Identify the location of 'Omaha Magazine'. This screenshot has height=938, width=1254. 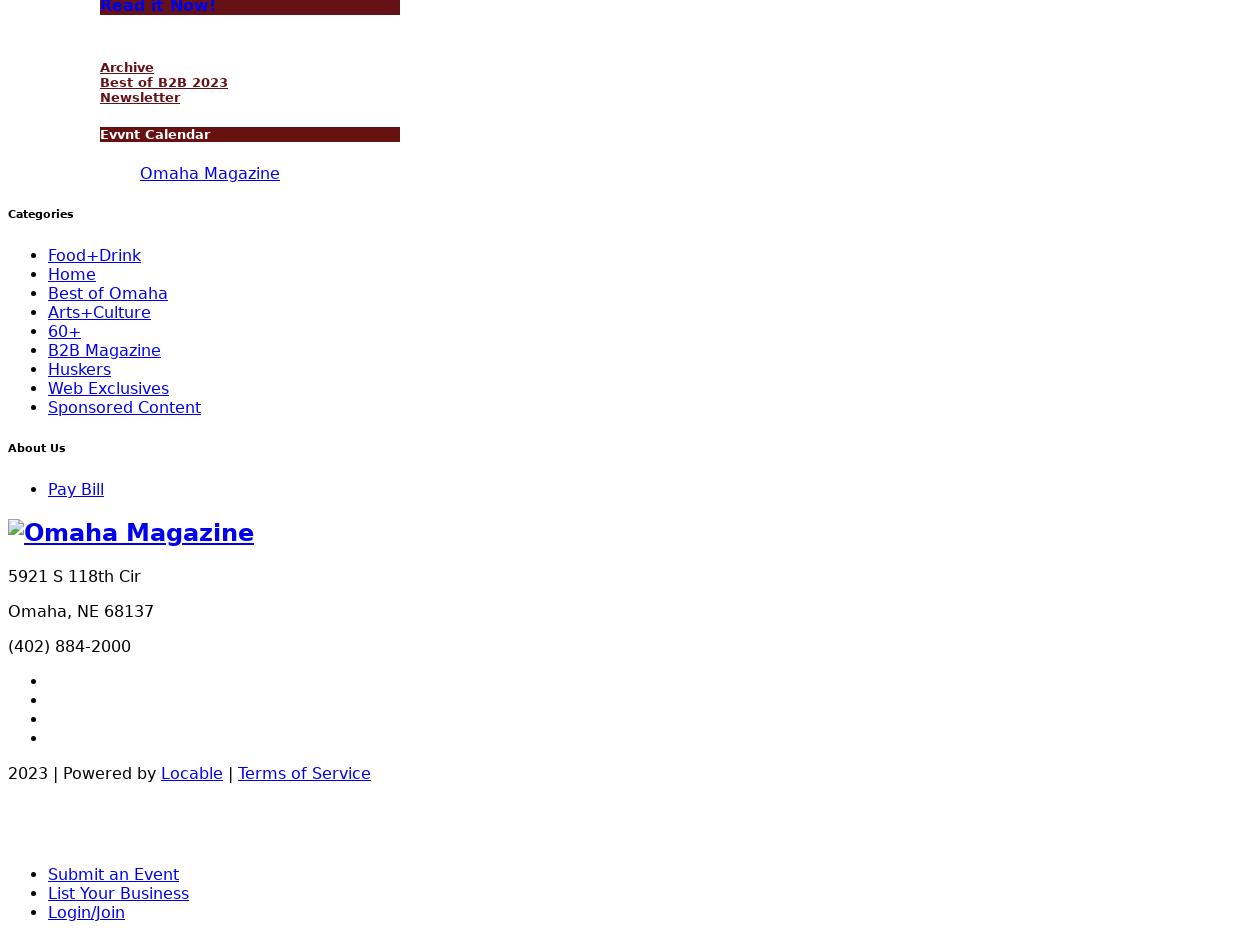
(210, 172).